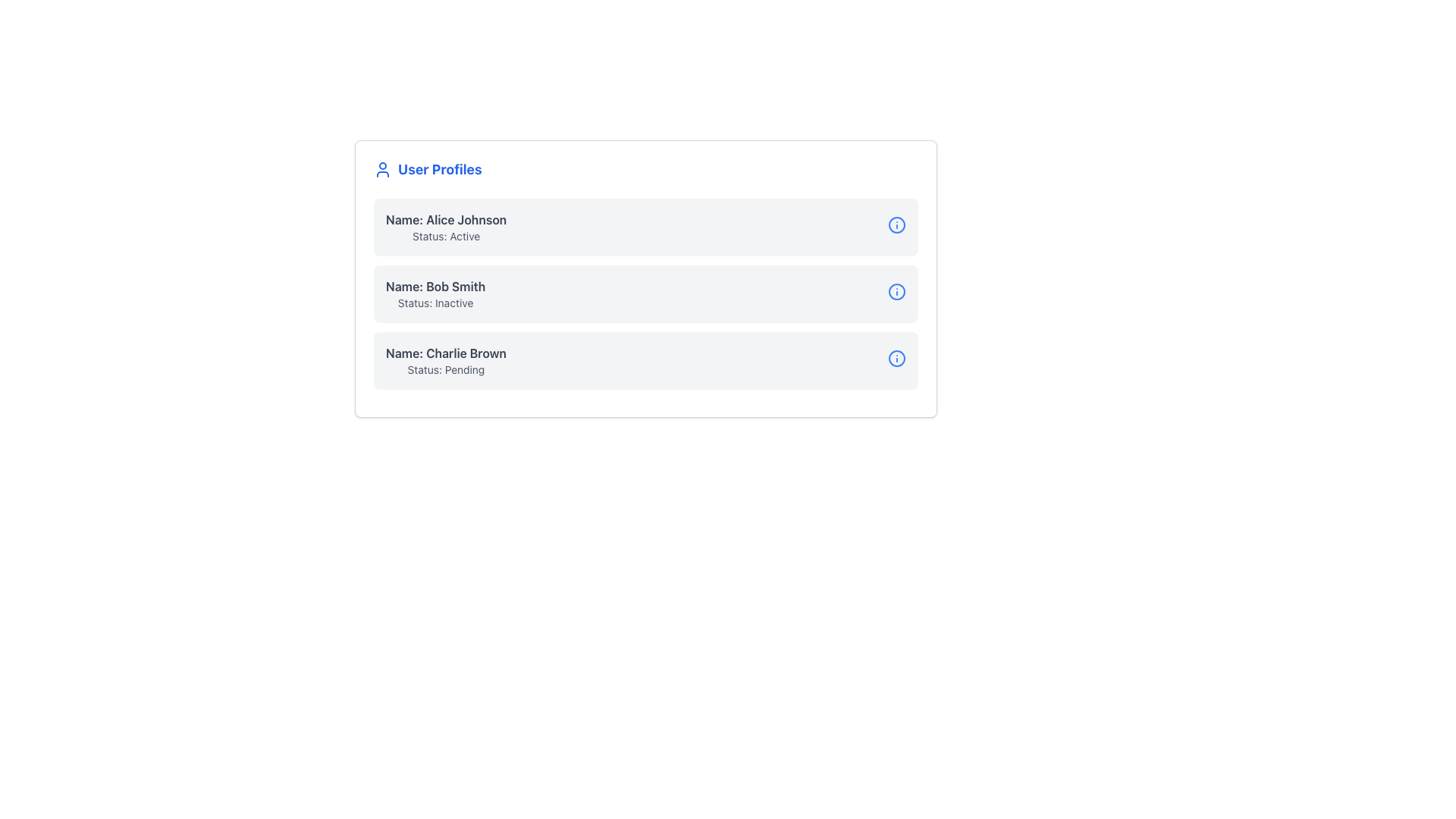  Describe the element at coordinates (896, 294) in the screenshot. I see `the Status Indicator Icon located on the right side of the row for 'Bob Smith, Status: Inactive' to trigger a tooltip with additional details` at that location.